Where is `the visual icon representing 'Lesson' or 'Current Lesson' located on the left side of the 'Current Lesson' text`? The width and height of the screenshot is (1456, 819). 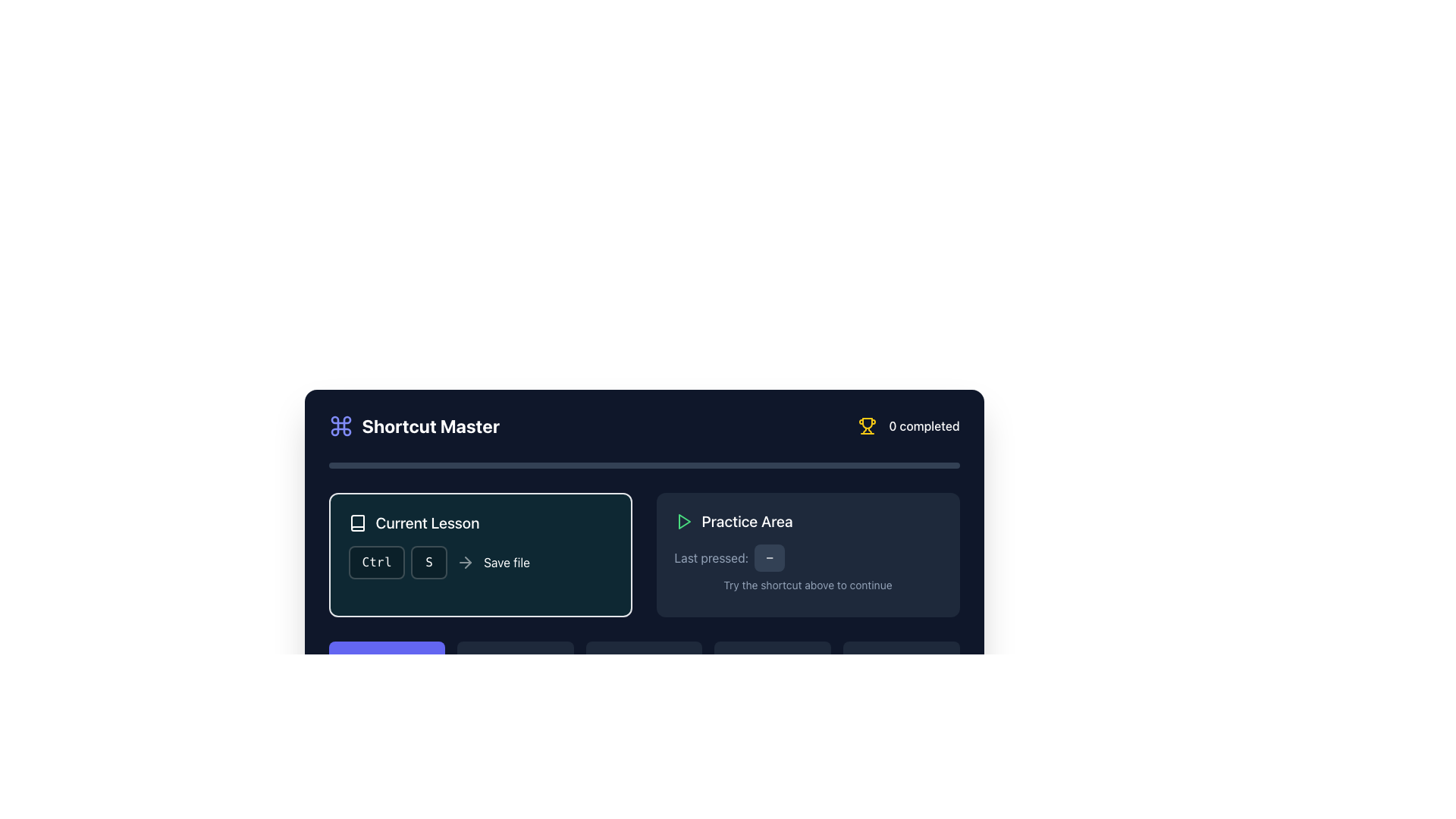 the visual icon representing 'Lesson' or 'Current Lesson' located on the left side of the 'Current Lesson' text is located at coordinates (356, 522).